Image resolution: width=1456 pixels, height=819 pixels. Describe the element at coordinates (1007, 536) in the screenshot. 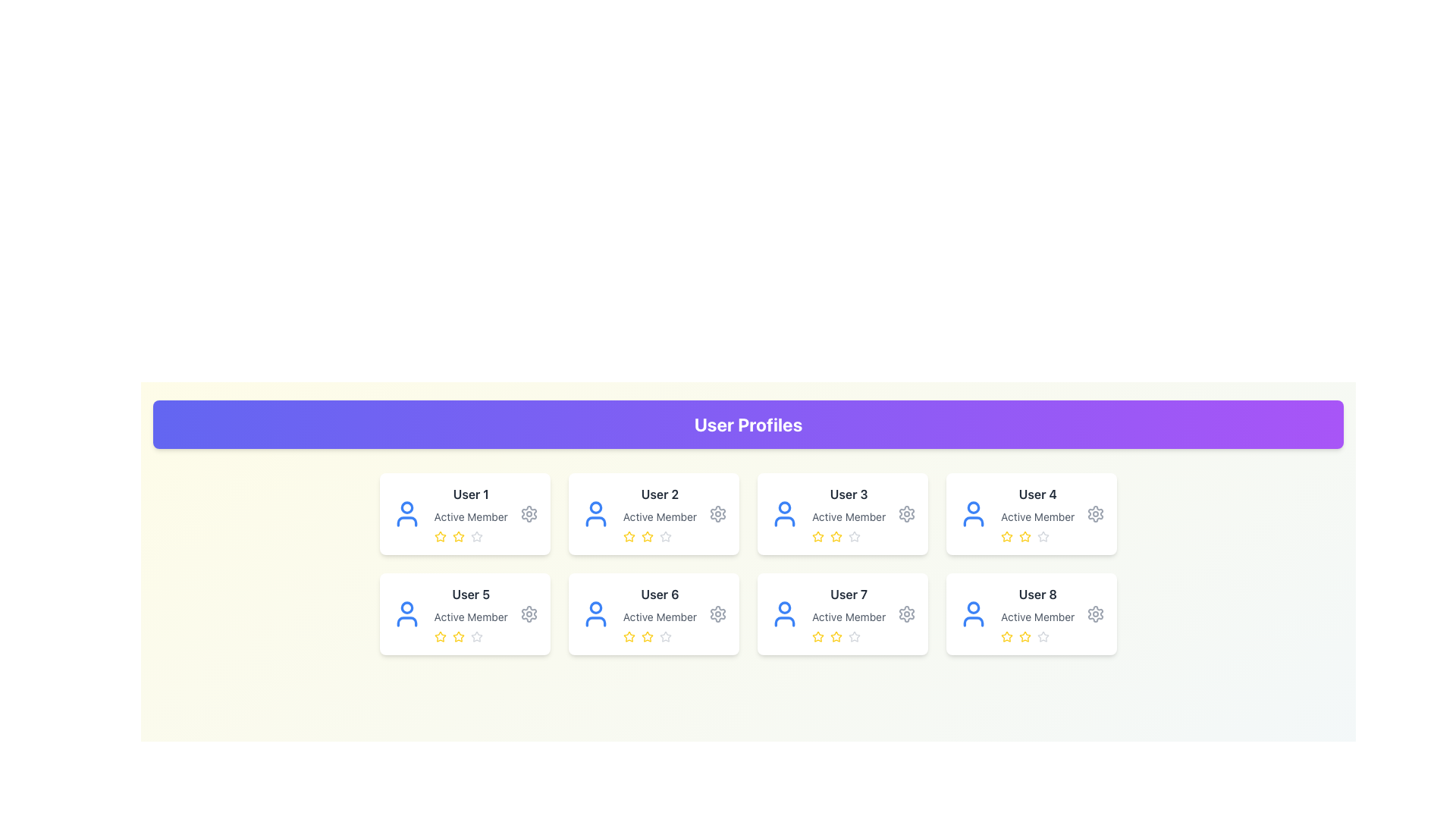

I see `the active yellow star-shaped icon in the rating system under 'User 4' profile card` at that location.